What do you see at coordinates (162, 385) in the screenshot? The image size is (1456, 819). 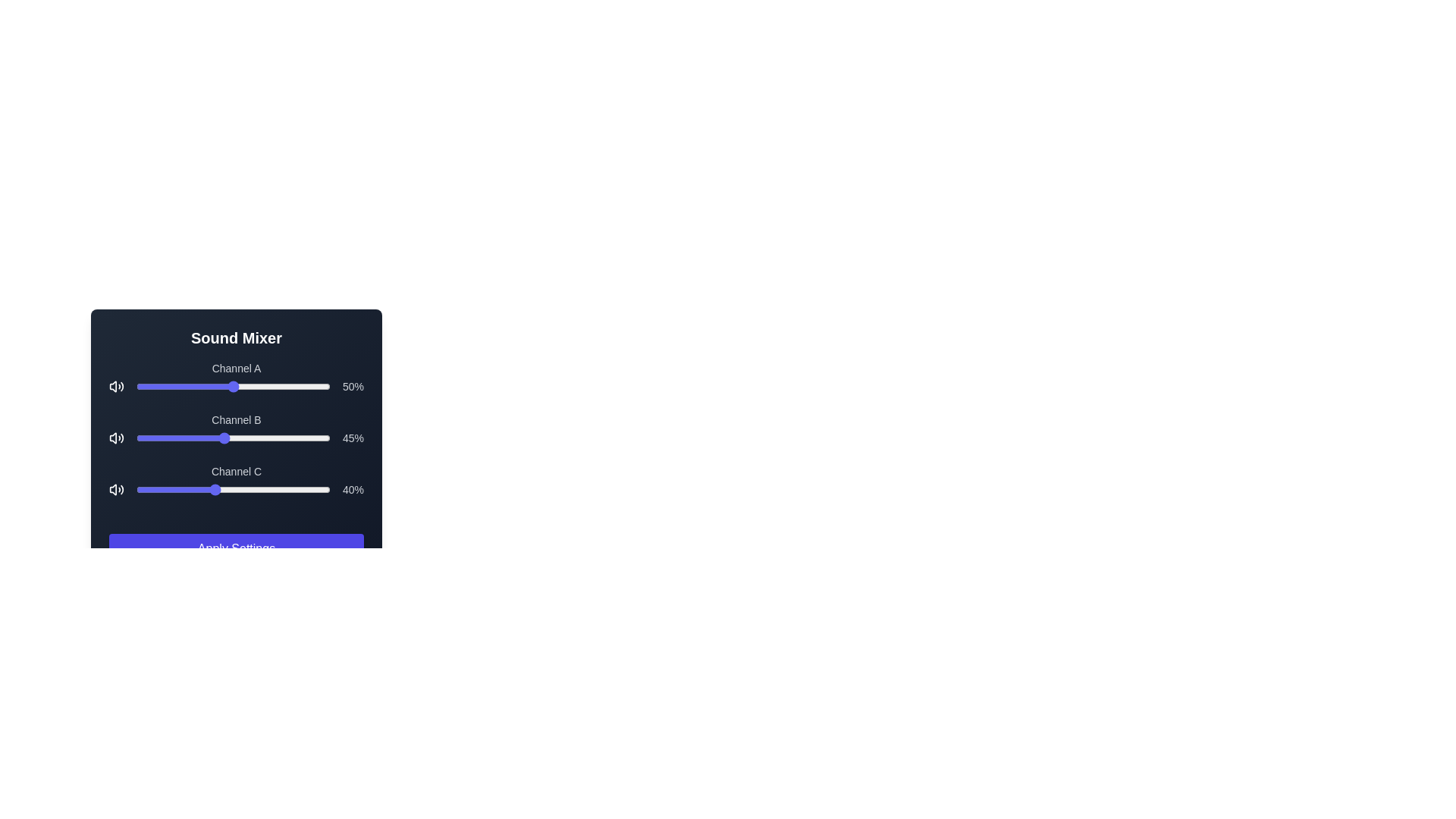 I see `the volume` at bounding box center [162, 385].